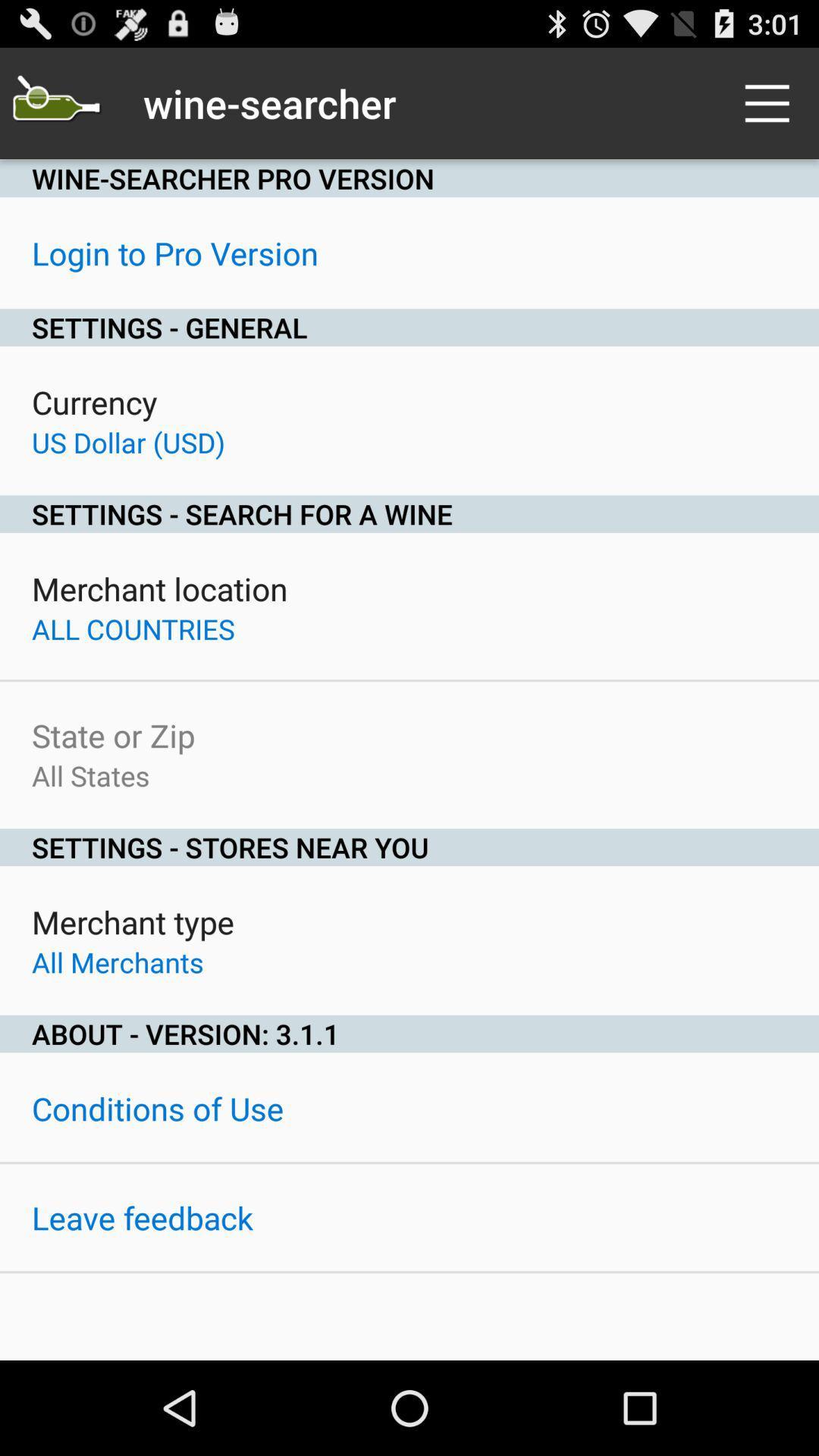 Image resolution: width=819 pixels, height=1456 pixels. I want to click on the leave feedback item, so click(142, 1217).